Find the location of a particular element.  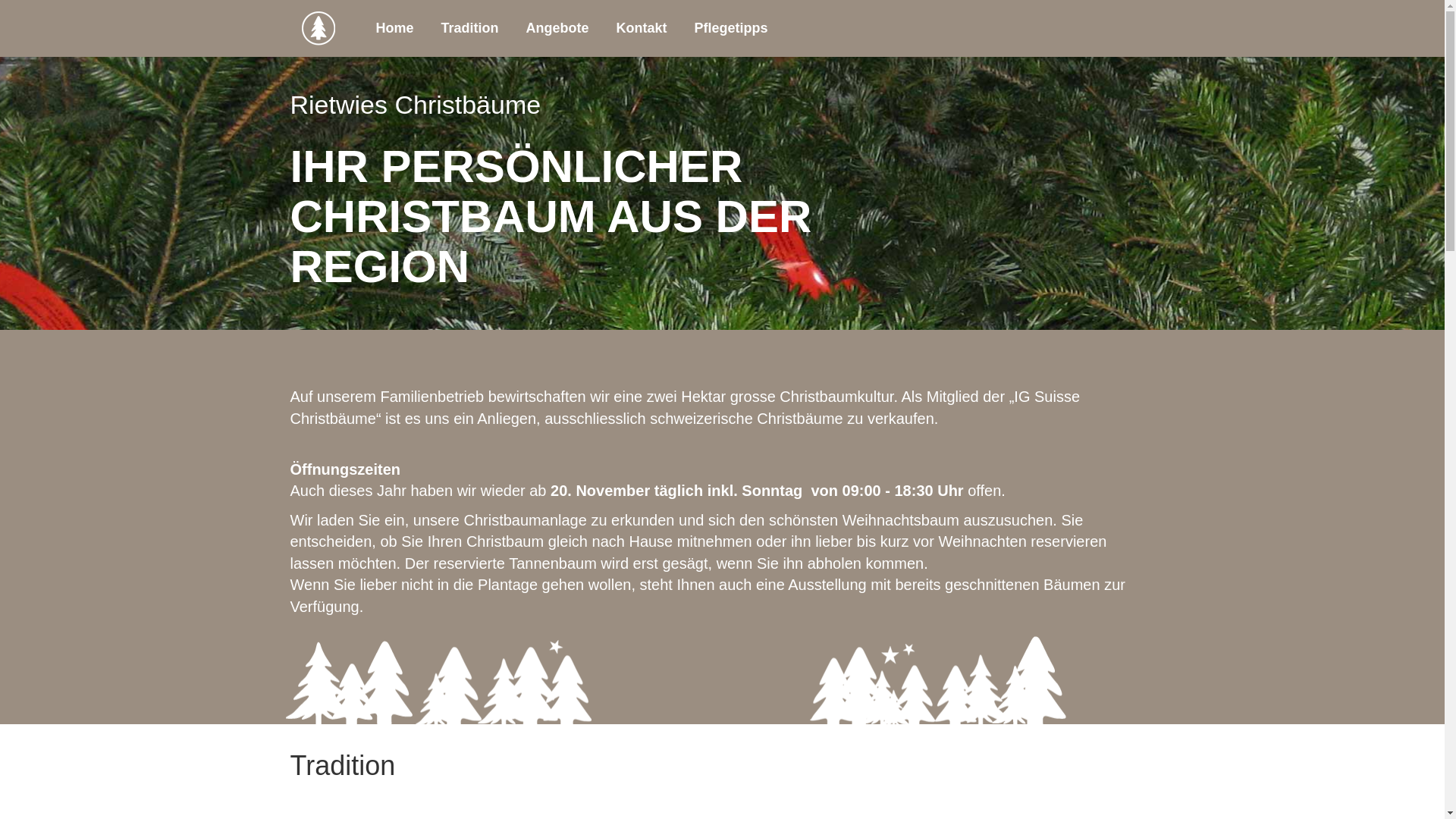

'Angebote' is located at coordinates (557, 28).